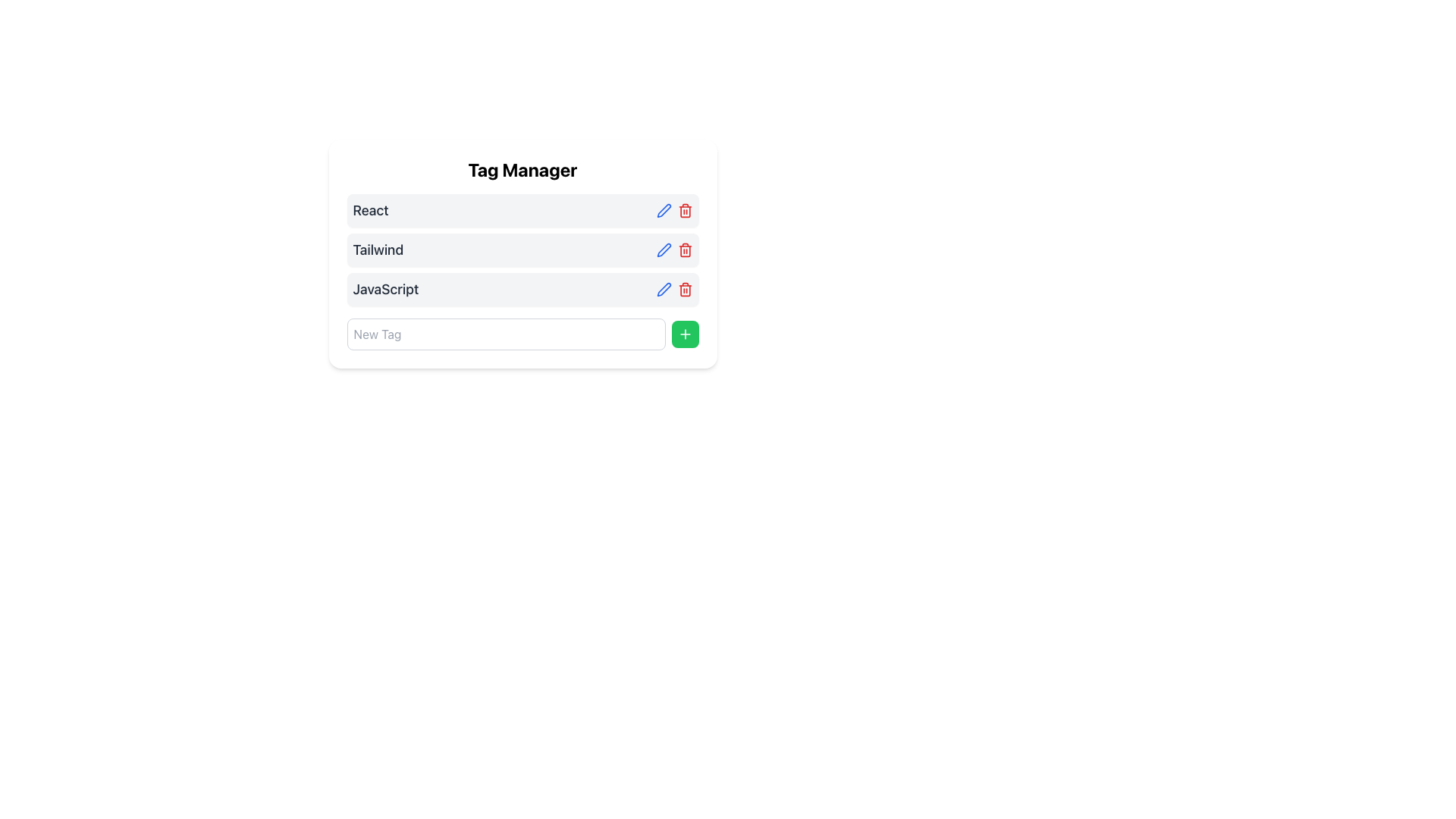  What do you see at coordinates (673, 210) in the screenshot?
I see `the delete button (trash bin icon) located in the rightmost section of the row labeled 'React'` at bounding box center [673, 210].